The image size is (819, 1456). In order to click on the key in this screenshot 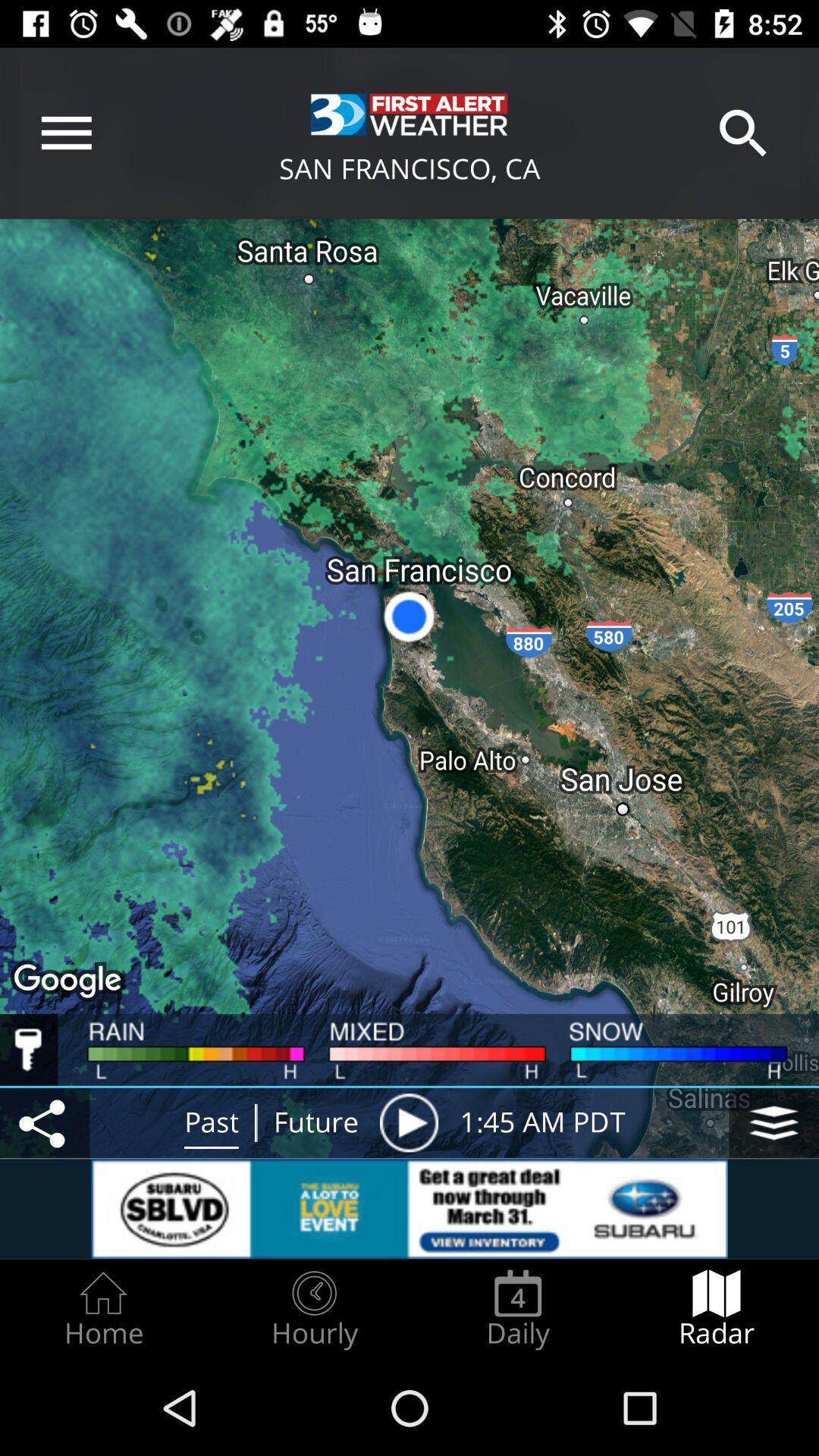, I will do `click(29, 1049)`.